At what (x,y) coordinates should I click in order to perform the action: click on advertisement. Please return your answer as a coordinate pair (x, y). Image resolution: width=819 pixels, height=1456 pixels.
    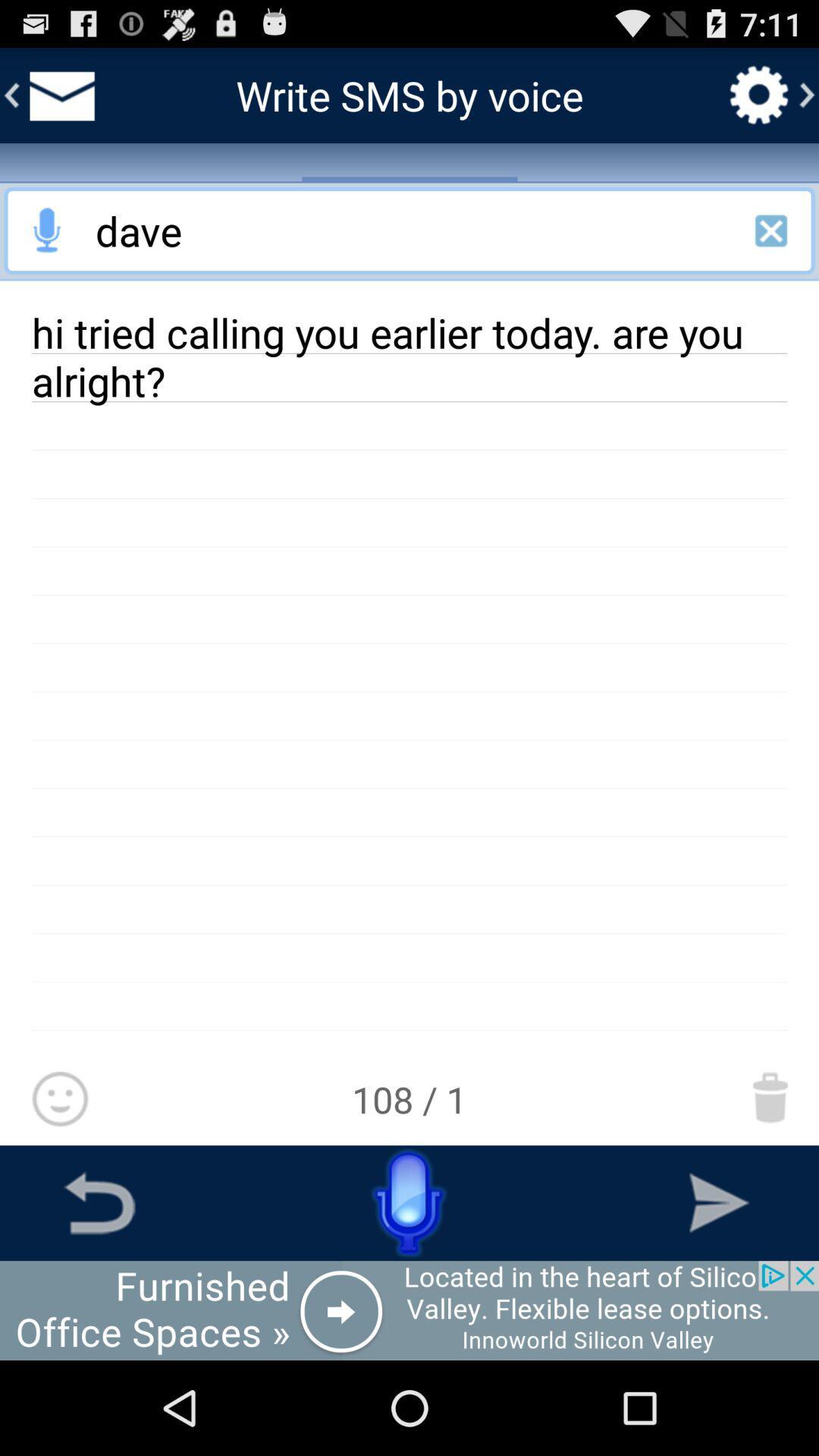
    Looking at the image, I should click on (409, 1310).